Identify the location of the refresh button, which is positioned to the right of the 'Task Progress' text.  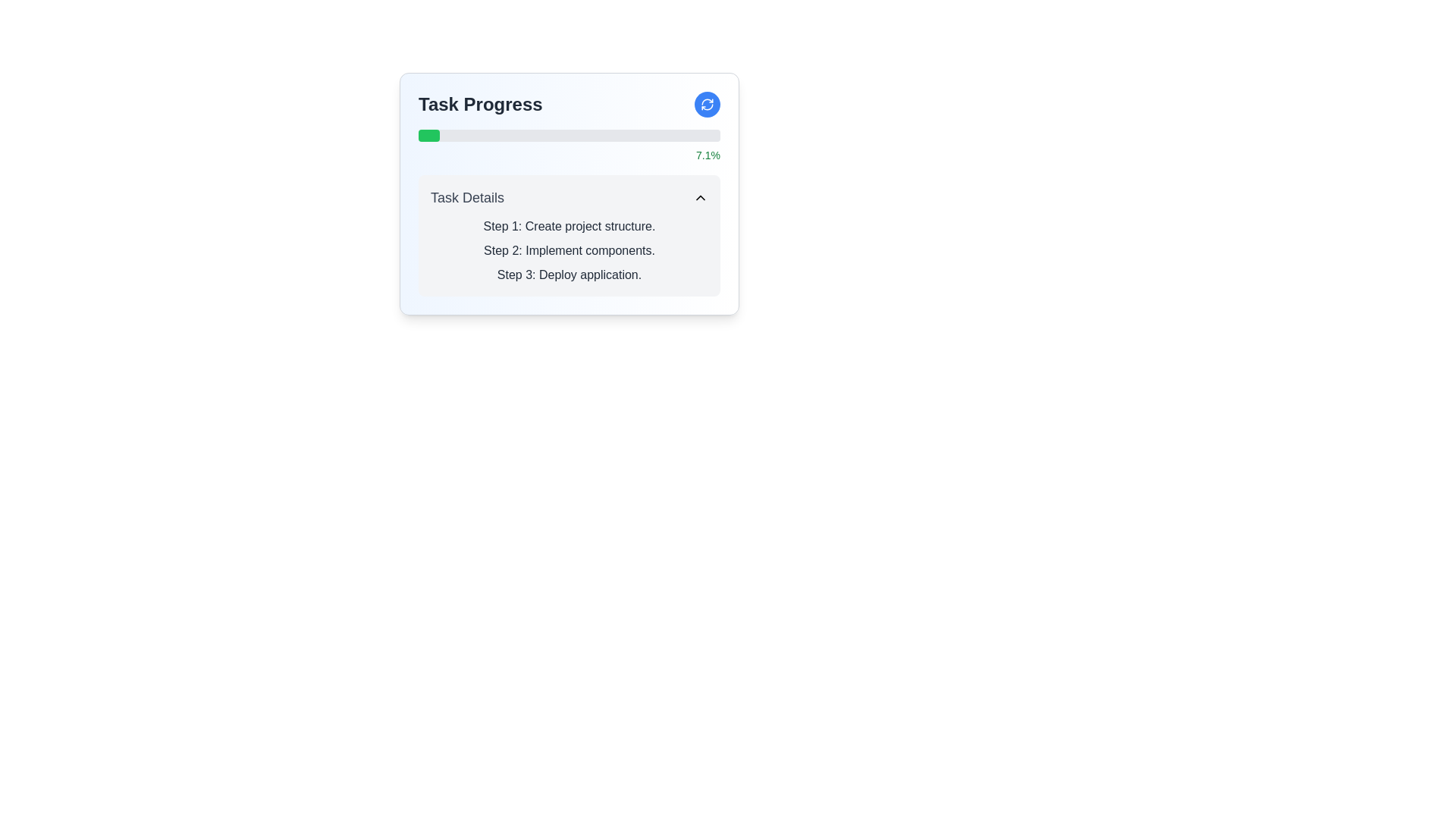
(706, 104).